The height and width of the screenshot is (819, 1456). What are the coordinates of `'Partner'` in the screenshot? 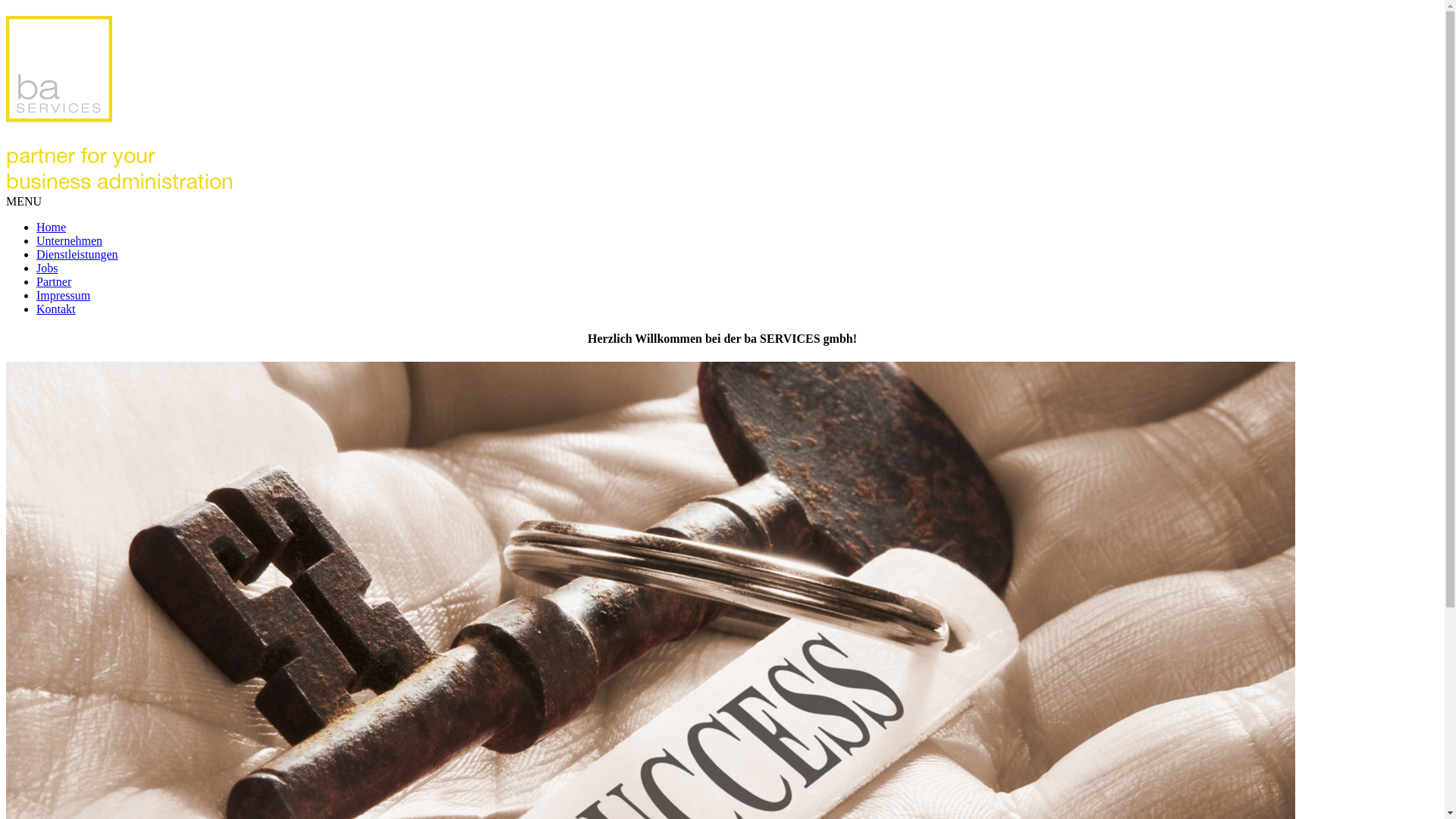 It's located at (54, 281).